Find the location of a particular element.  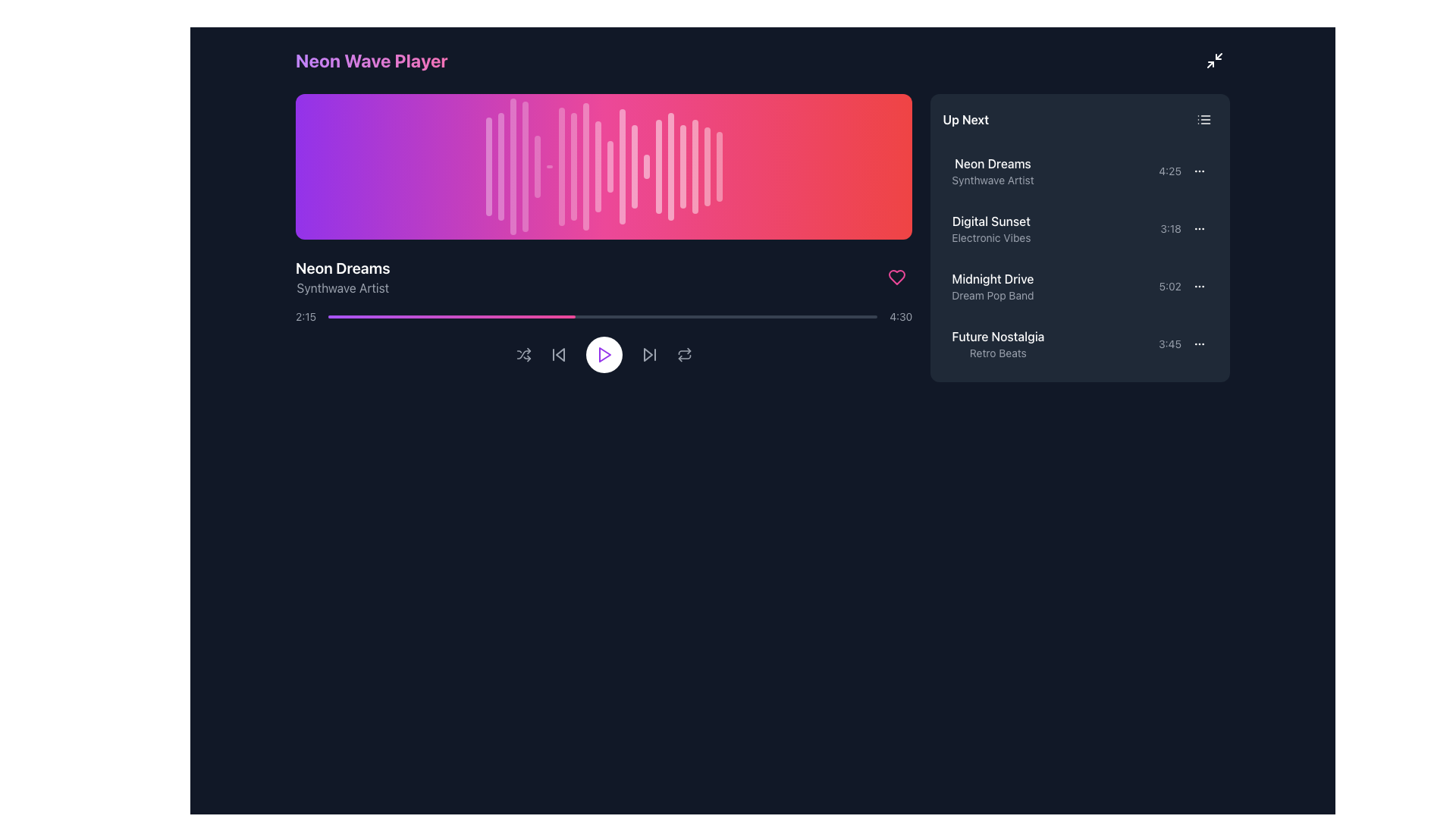

the nineteenth visual waveform bar, which is part of a dynamic audio playback visualizer located in the app's header section is located at coordinates (706, 166).